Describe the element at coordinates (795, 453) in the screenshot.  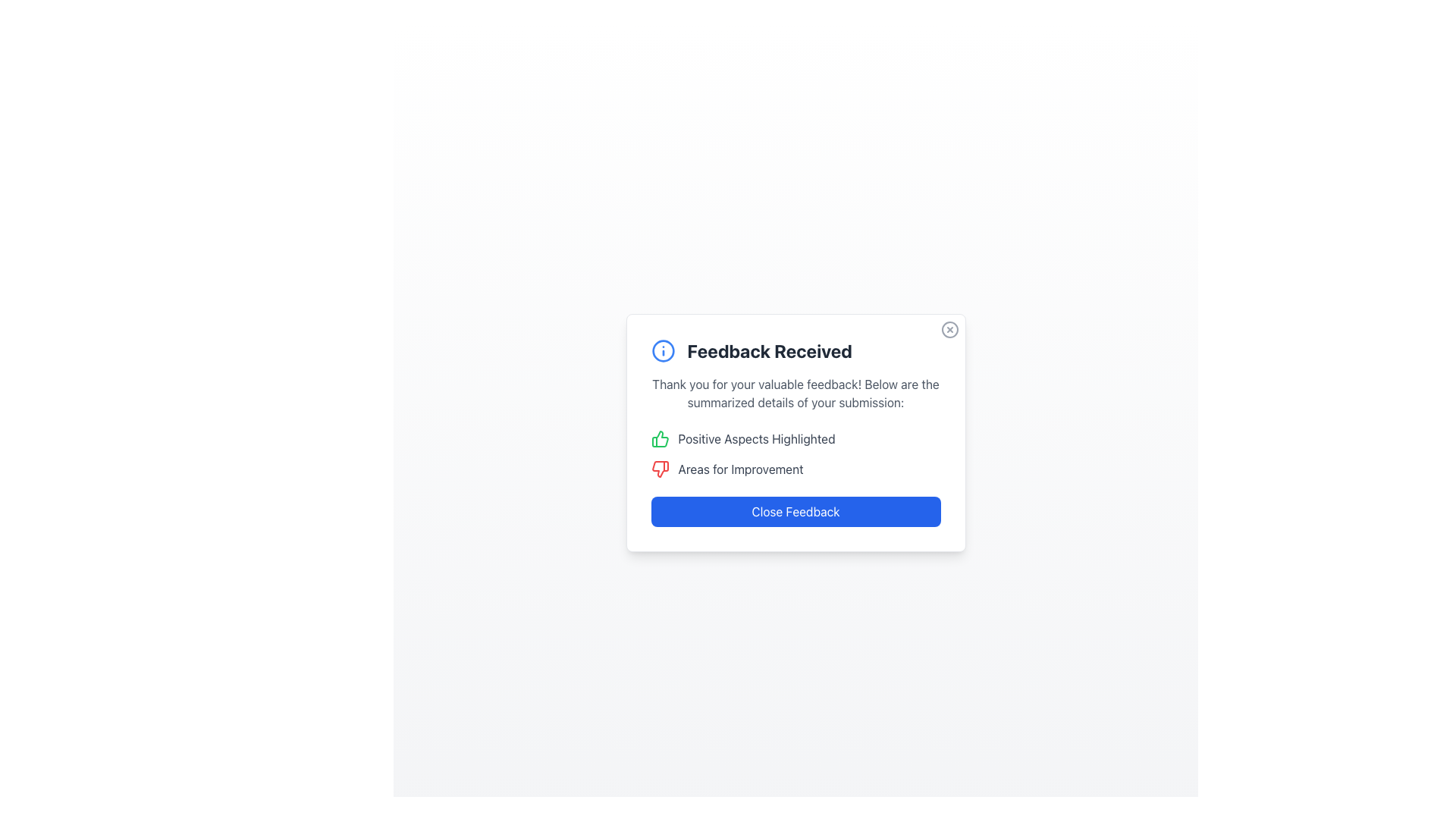
I see `the green thumbs-up icon in the 'Positive Aspects Highlighted' section of the feedback summary component` at that location.